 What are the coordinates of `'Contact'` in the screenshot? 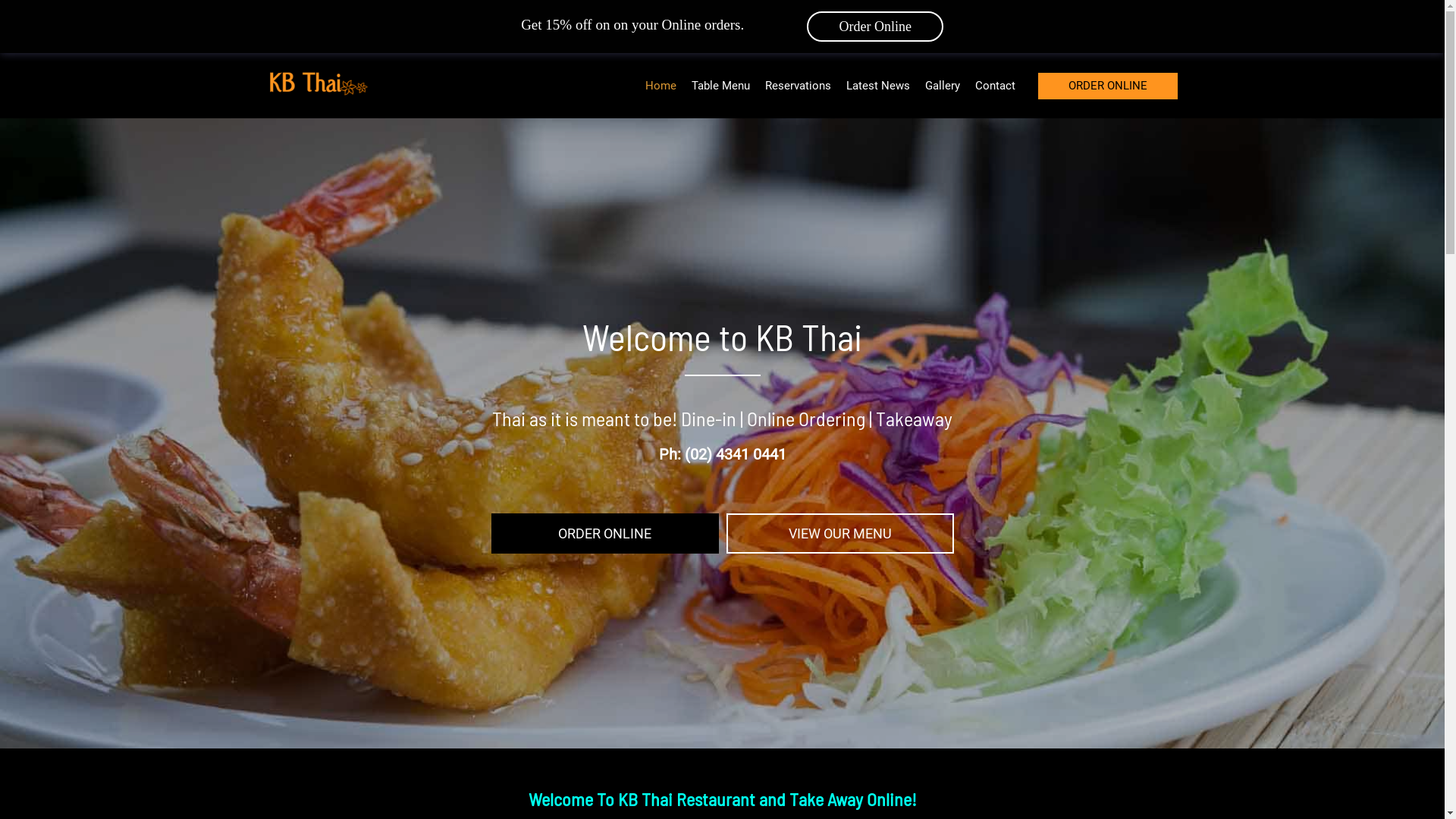 It's located at (995, 85).